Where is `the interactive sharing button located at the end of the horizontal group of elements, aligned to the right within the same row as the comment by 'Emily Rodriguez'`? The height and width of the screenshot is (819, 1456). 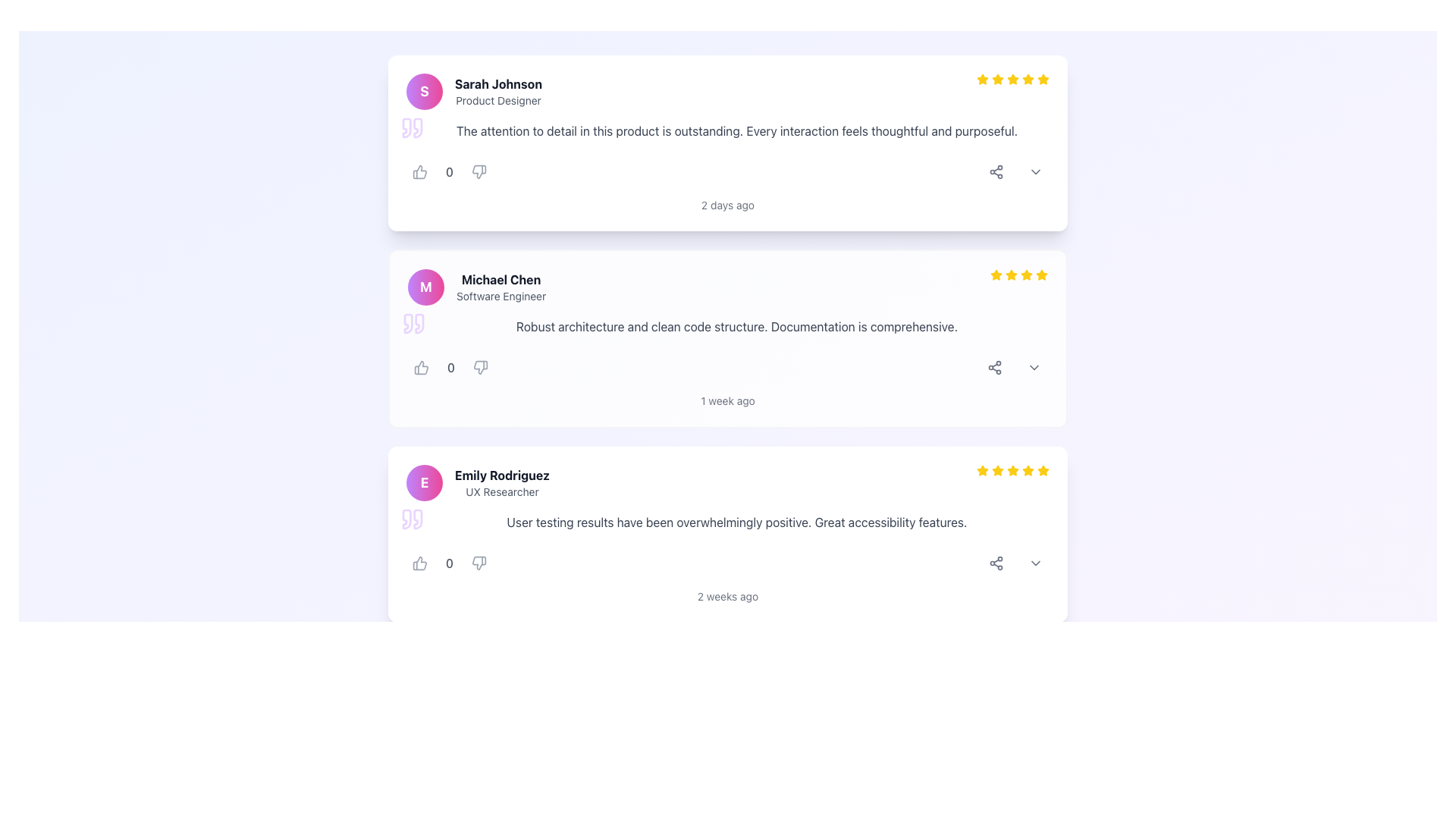 the interactive sharing button located at the end of the horizontal group of elements, aligned to the right within the same row as the comment by 'Emily Rodriguez' is located at coordinates (996, 563).